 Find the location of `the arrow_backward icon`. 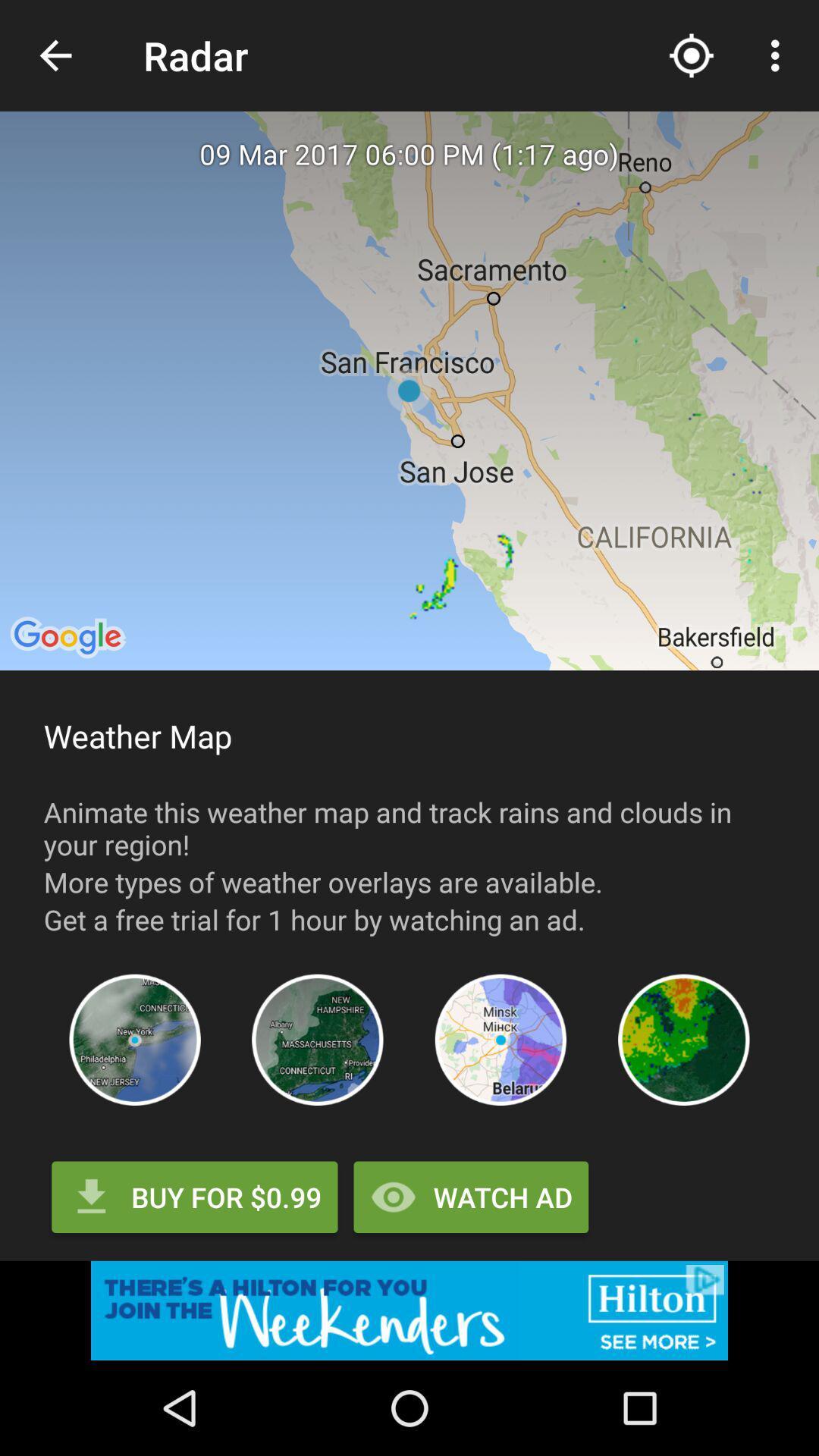

the arrow_backward icon is located at coordinates (42, 42).